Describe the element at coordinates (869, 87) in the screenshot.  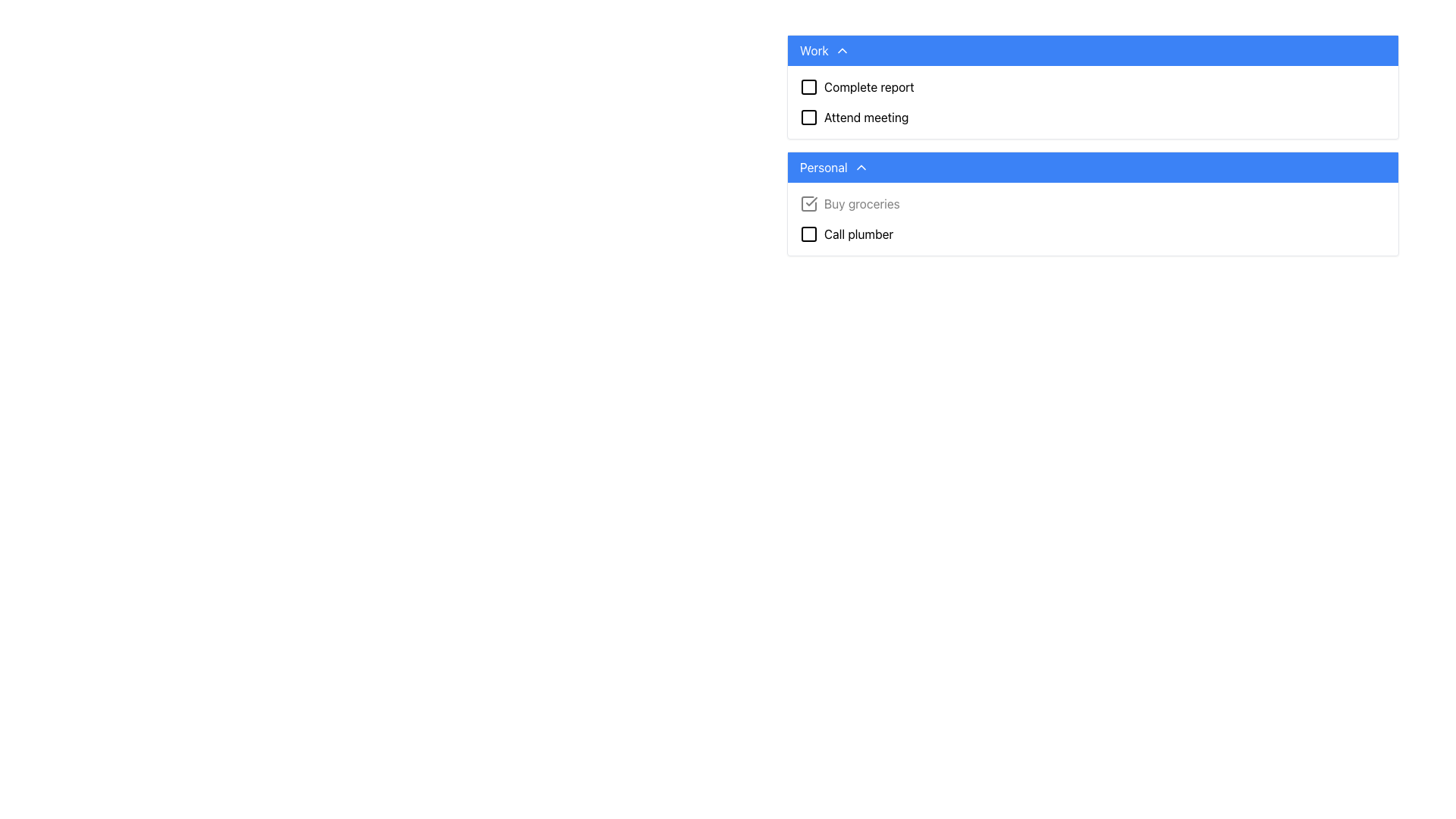
I see `the associated checkbox` at that location.